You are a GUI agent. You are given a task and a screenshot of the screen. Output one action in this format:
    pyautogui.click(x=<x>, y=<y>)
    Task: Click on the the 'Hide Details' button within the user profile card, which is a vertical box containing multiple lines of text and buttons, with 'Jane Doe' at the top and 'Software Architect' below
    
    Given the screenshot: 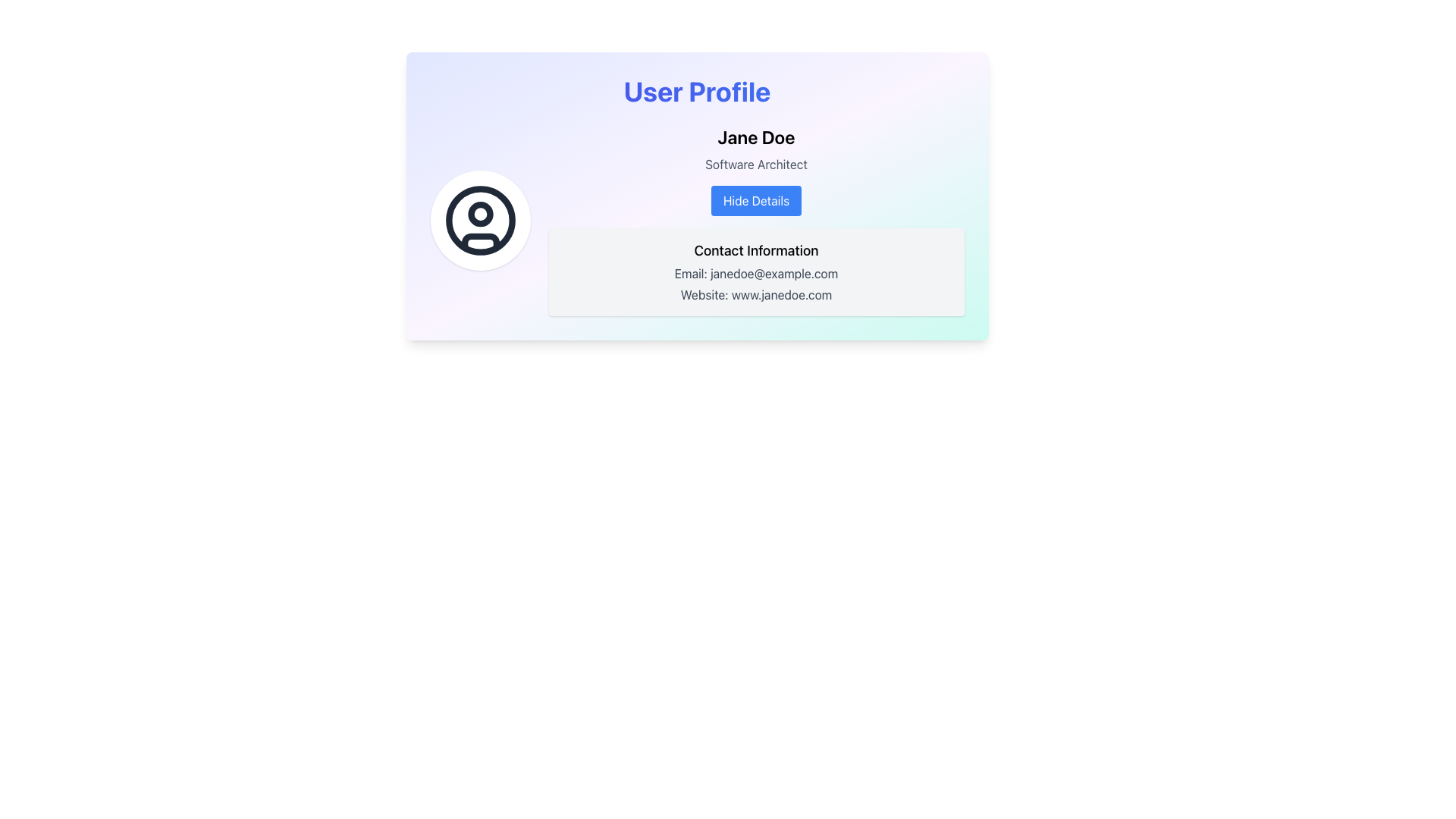 What is the action you would take?
    pyautogui.click(x=756, y=220)
    